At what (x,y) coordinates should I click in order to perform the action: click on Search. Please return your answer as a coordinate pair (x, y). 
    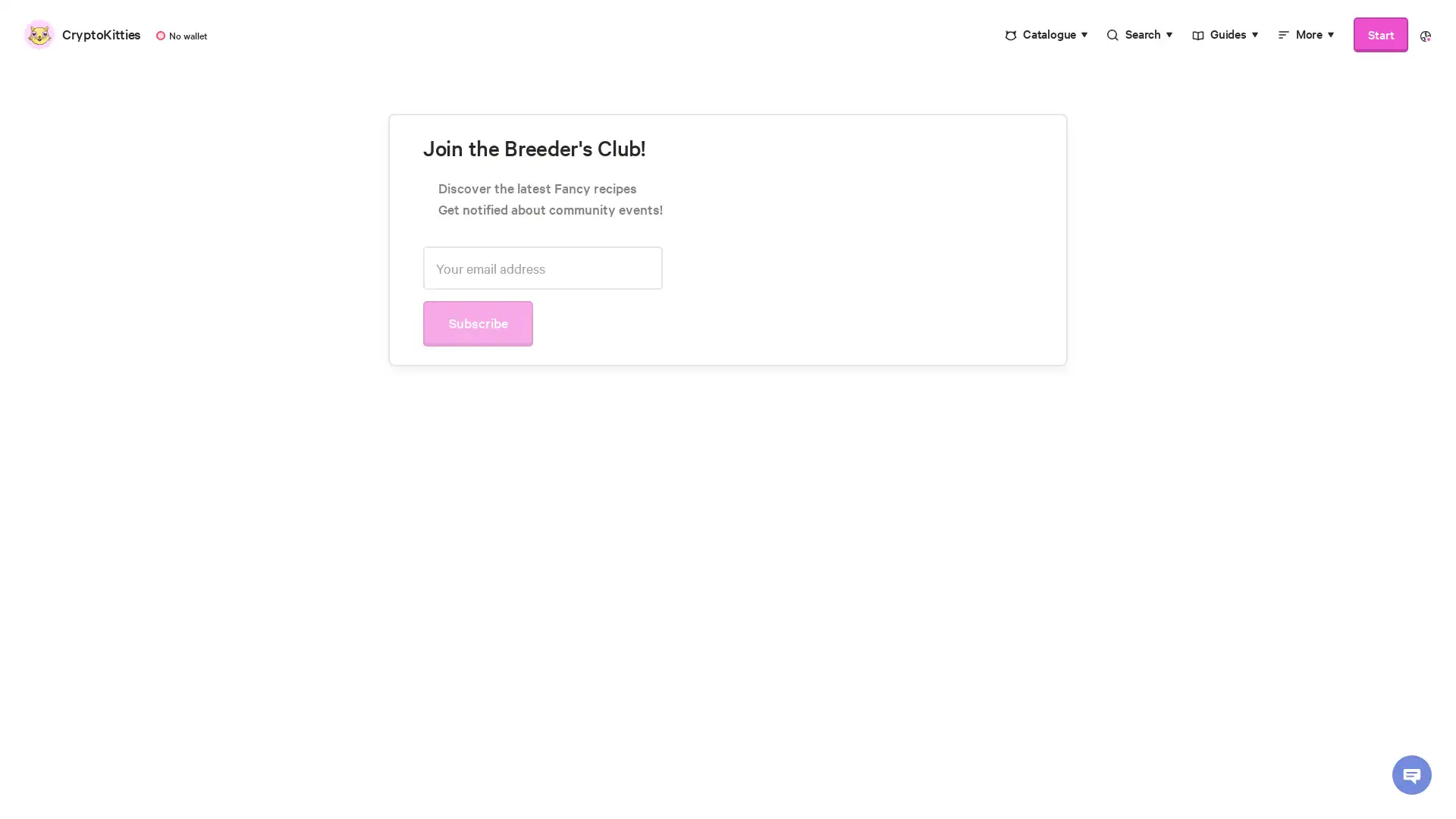
    Looking at the image, I should click on (1140, 34).